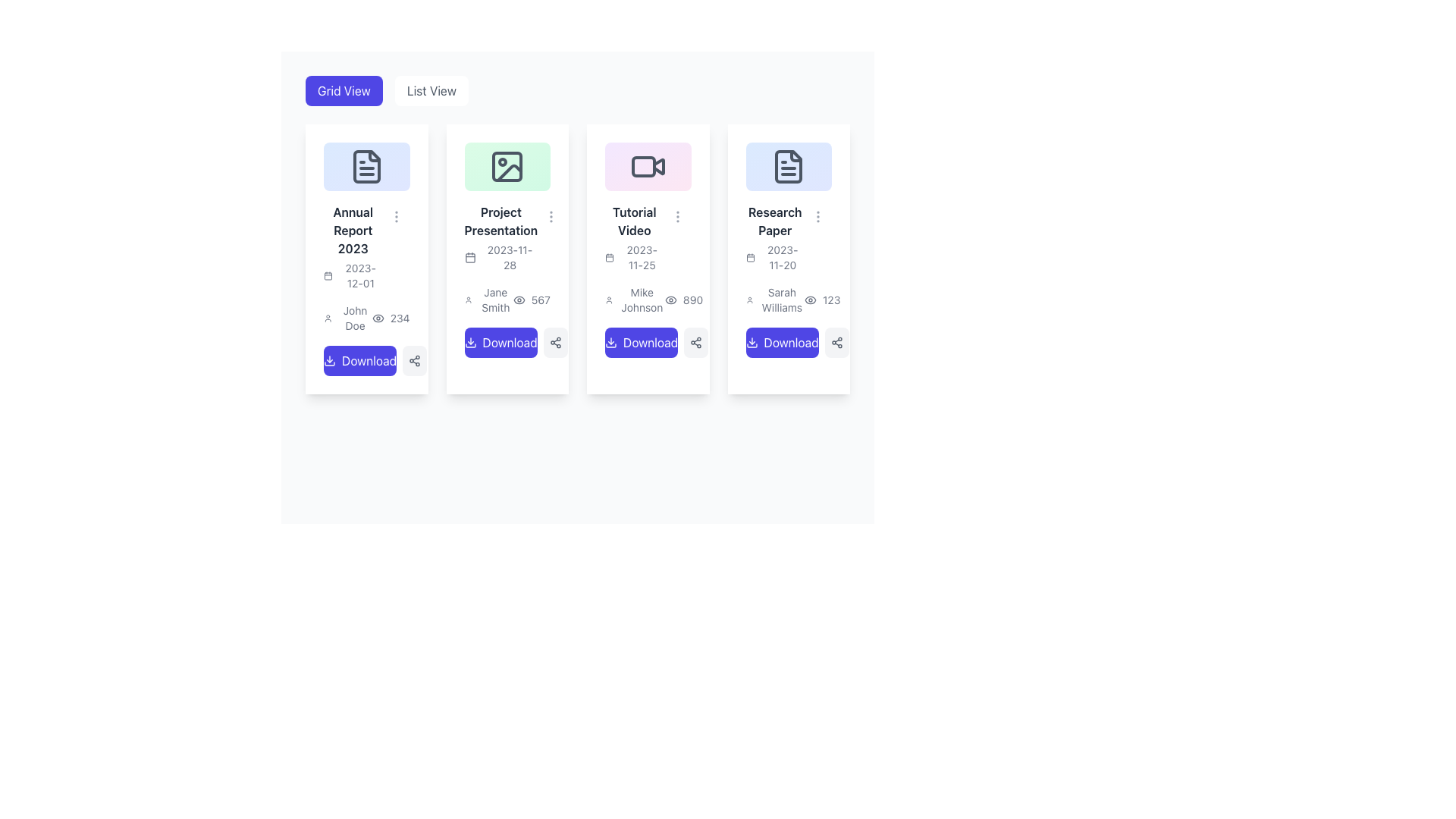 The width and height of the screenshot is (1456, 819). I want to click on the Text label that serves as the title for the third card in a grid of four cards, located just beneath an icon, so click(634, 221).